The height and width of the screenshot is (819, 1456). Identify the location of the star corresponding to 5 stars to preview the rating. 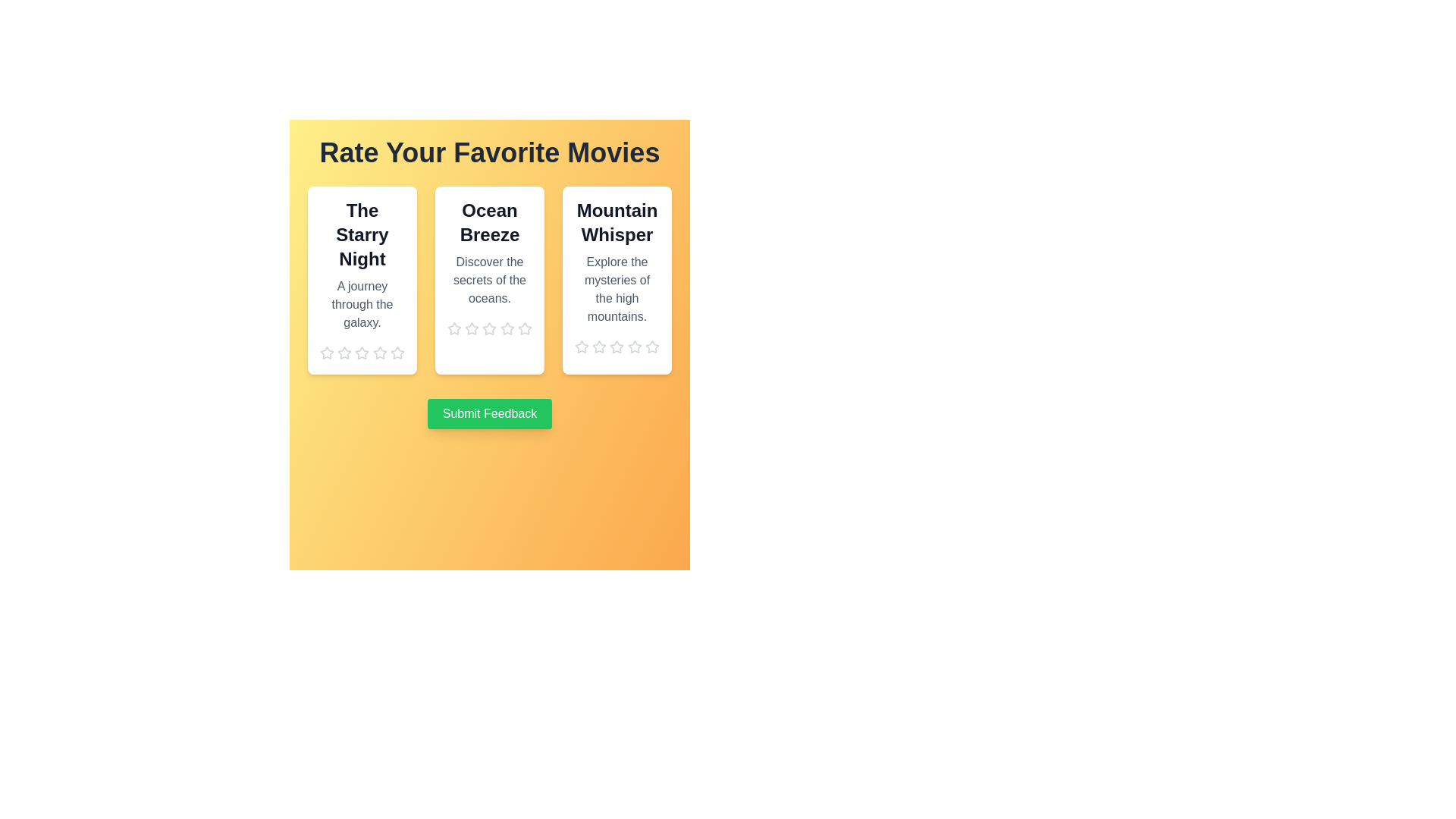
(397, 353).